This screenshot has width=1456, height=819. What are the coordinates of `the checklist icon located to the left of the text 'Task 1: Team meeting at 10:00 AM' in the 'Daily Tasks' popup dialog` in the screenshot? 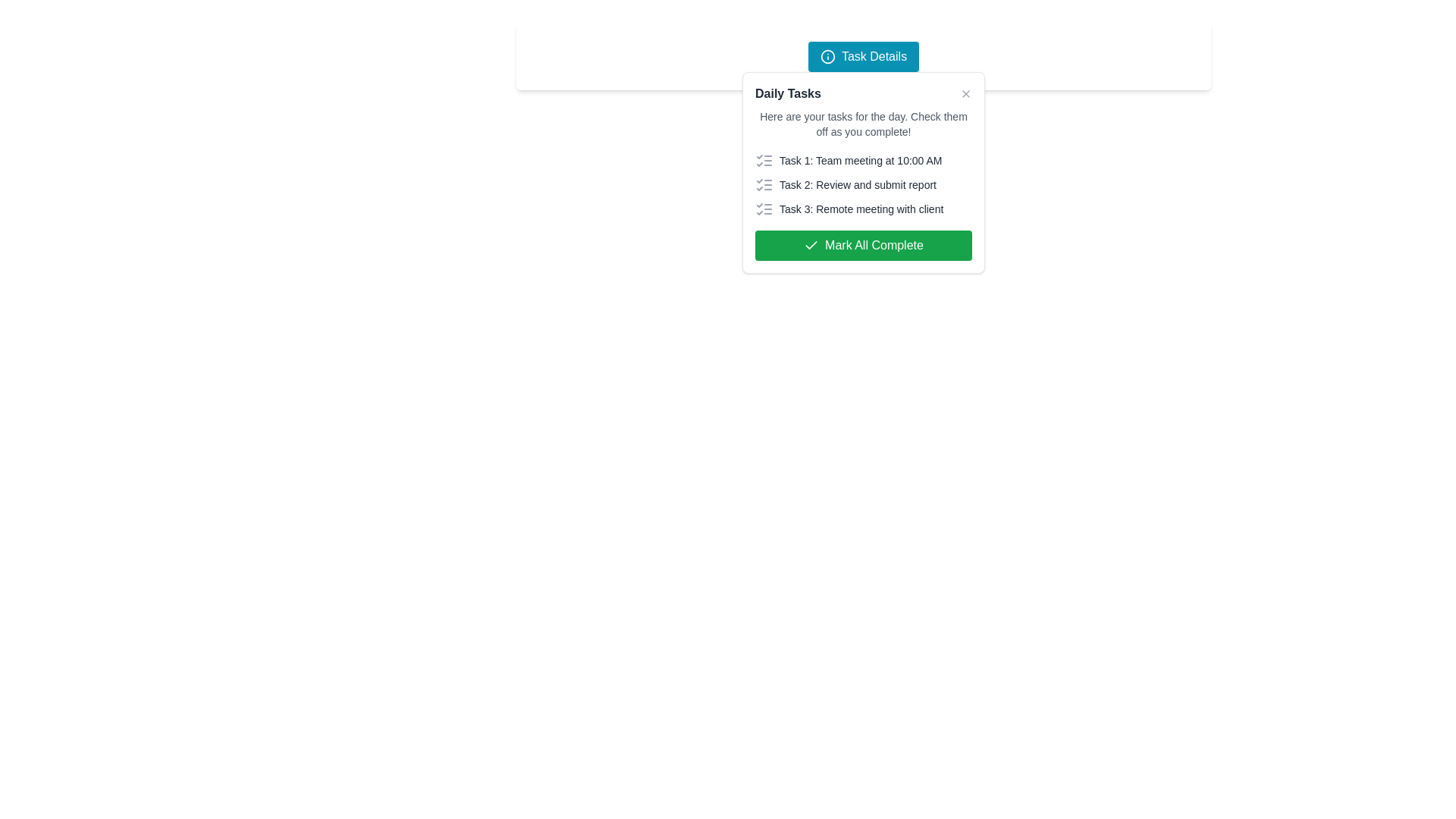 It's located at (764, 161).